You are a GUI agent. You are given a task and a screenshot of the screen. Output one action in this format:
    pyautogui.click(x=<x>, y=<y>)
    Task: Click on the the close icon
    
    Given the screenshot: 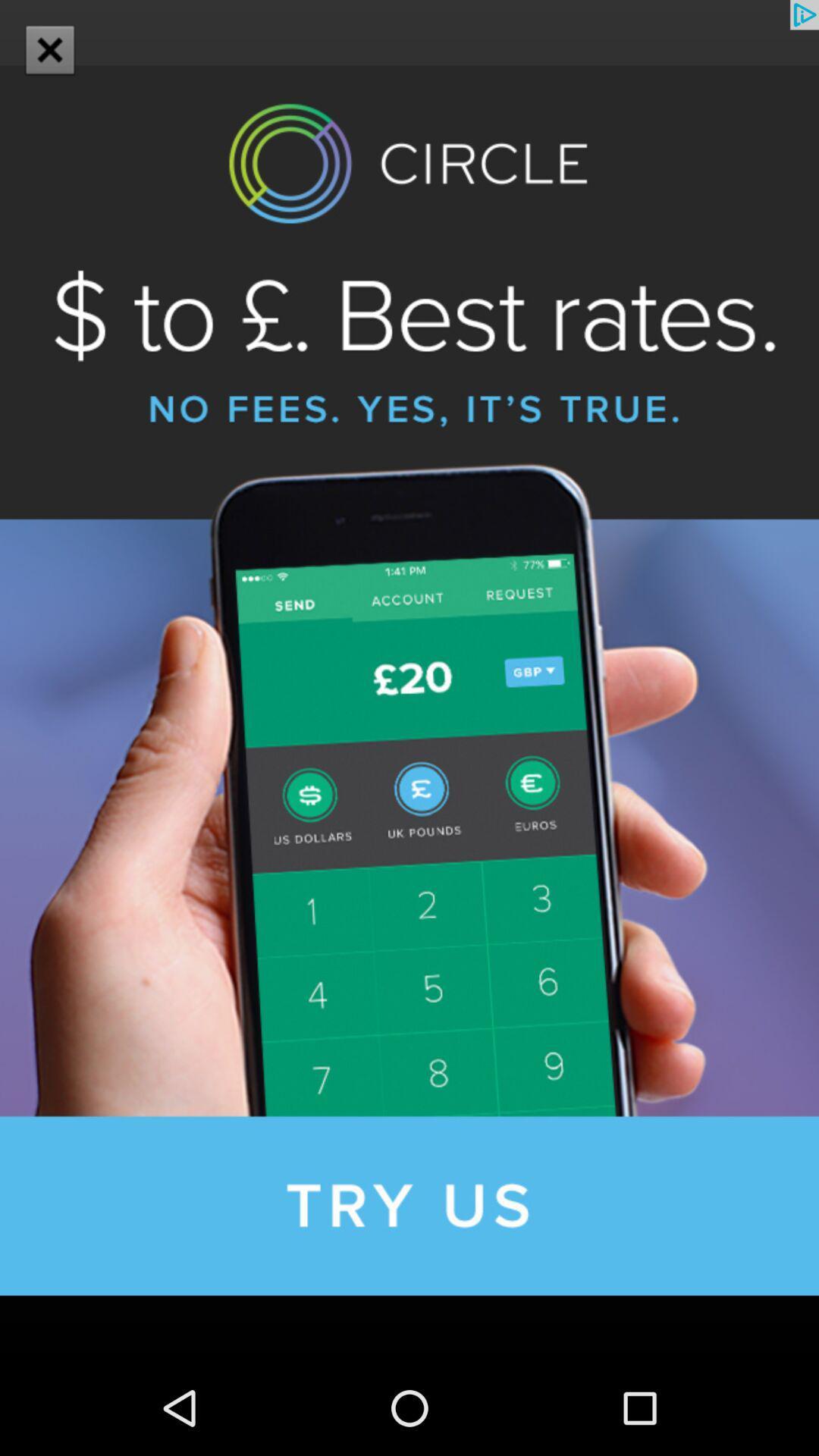 What is the action you would take?
    pyautogui.click(x=49, y=53)
    